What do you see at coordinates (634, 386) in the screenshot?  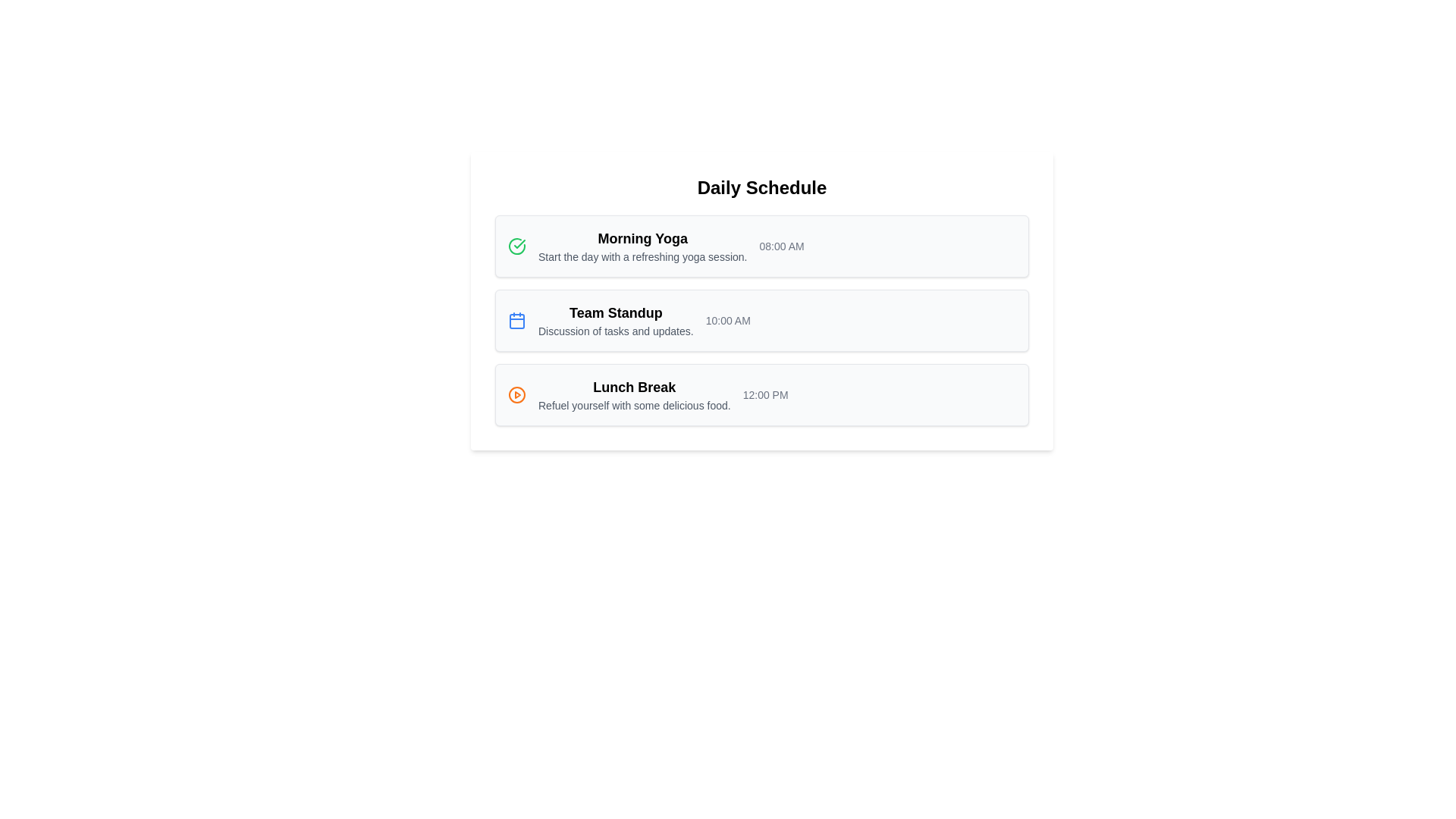 I see `the 'Lunch Break' text label, which is styled in bold and located above the description 'Refuel yourself with some delicious food.'` at bounding box center [634, 386].